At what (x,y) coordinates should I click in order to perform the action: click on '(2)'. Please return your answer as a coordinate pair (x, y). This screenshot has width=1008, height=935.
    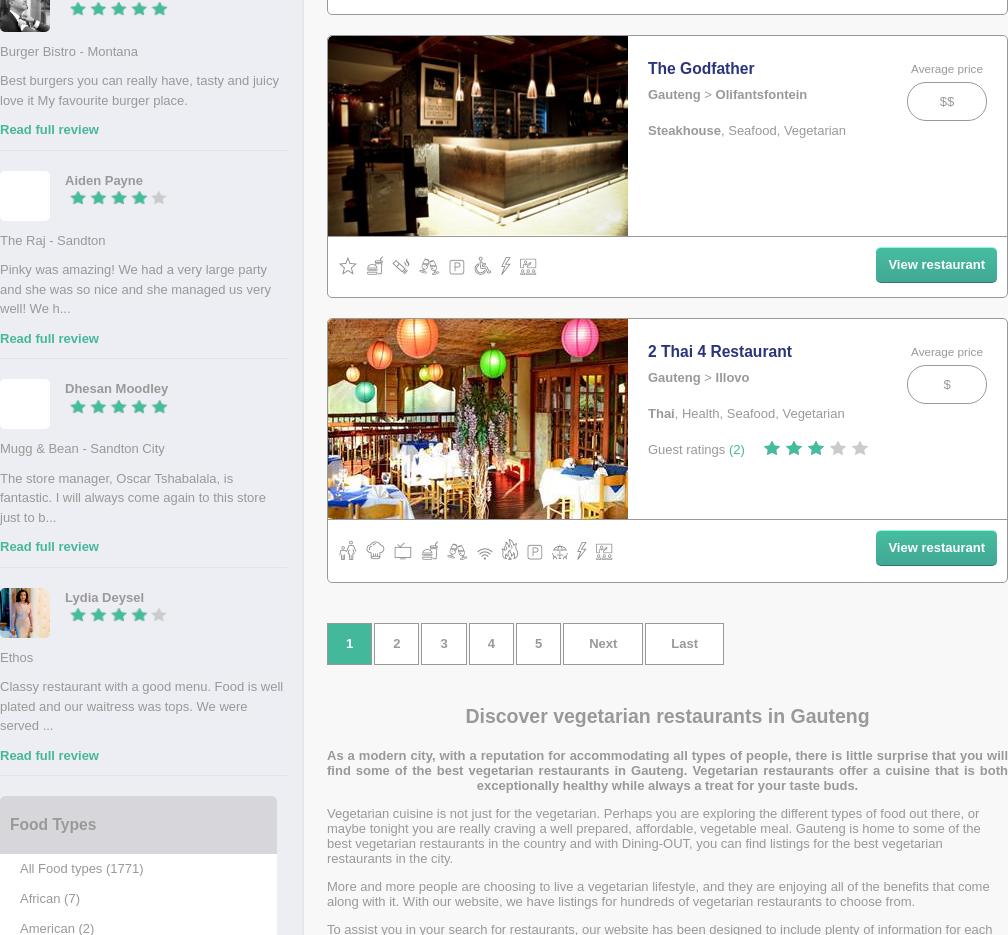
    Looking at the image, I should click on (736, 448).